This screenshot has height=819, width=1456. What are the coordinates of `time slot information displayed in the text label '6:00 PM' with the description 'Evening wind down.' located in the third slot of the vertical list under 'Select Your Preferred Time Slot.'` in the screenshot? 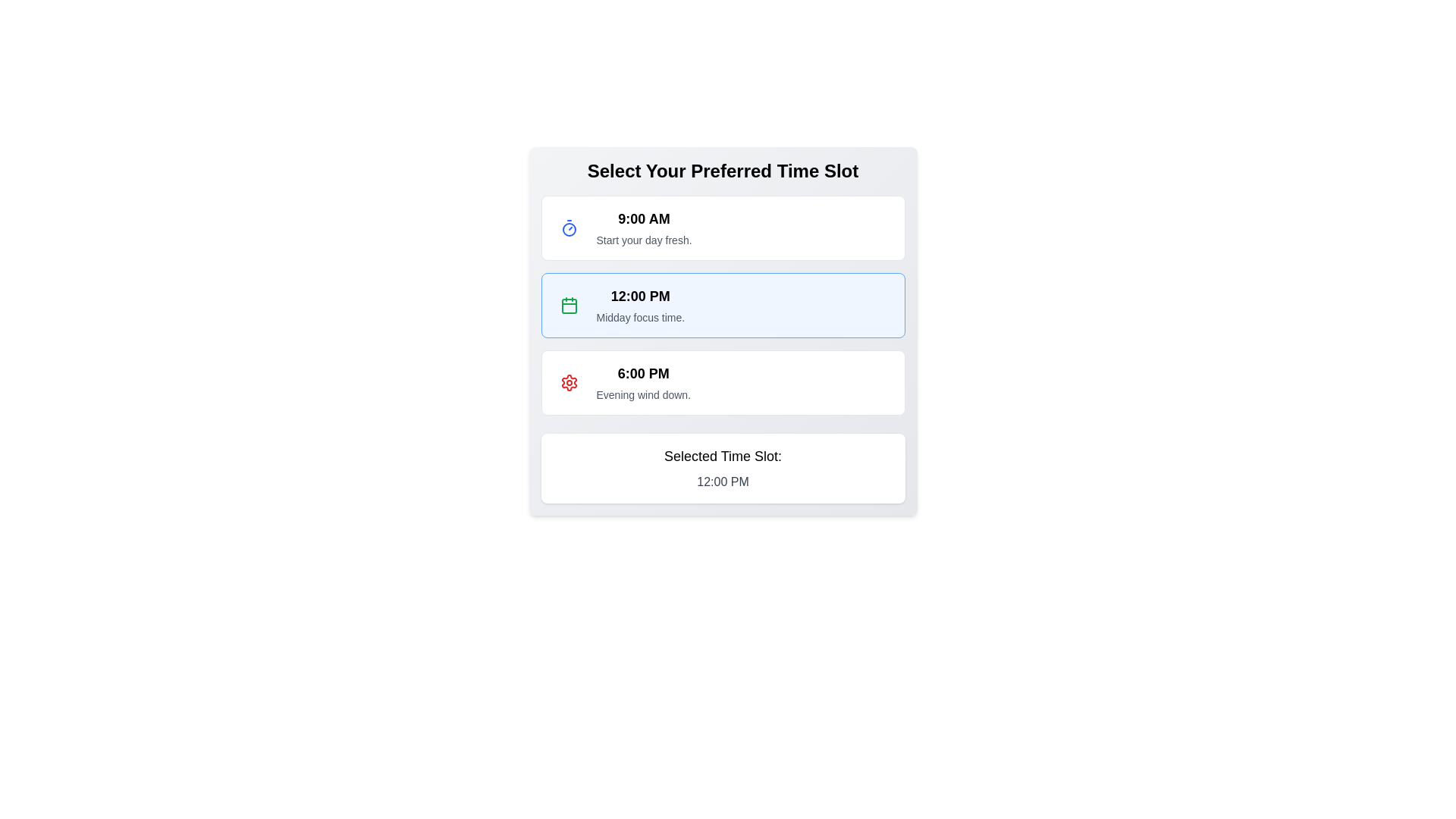 It's located at (643, 382).